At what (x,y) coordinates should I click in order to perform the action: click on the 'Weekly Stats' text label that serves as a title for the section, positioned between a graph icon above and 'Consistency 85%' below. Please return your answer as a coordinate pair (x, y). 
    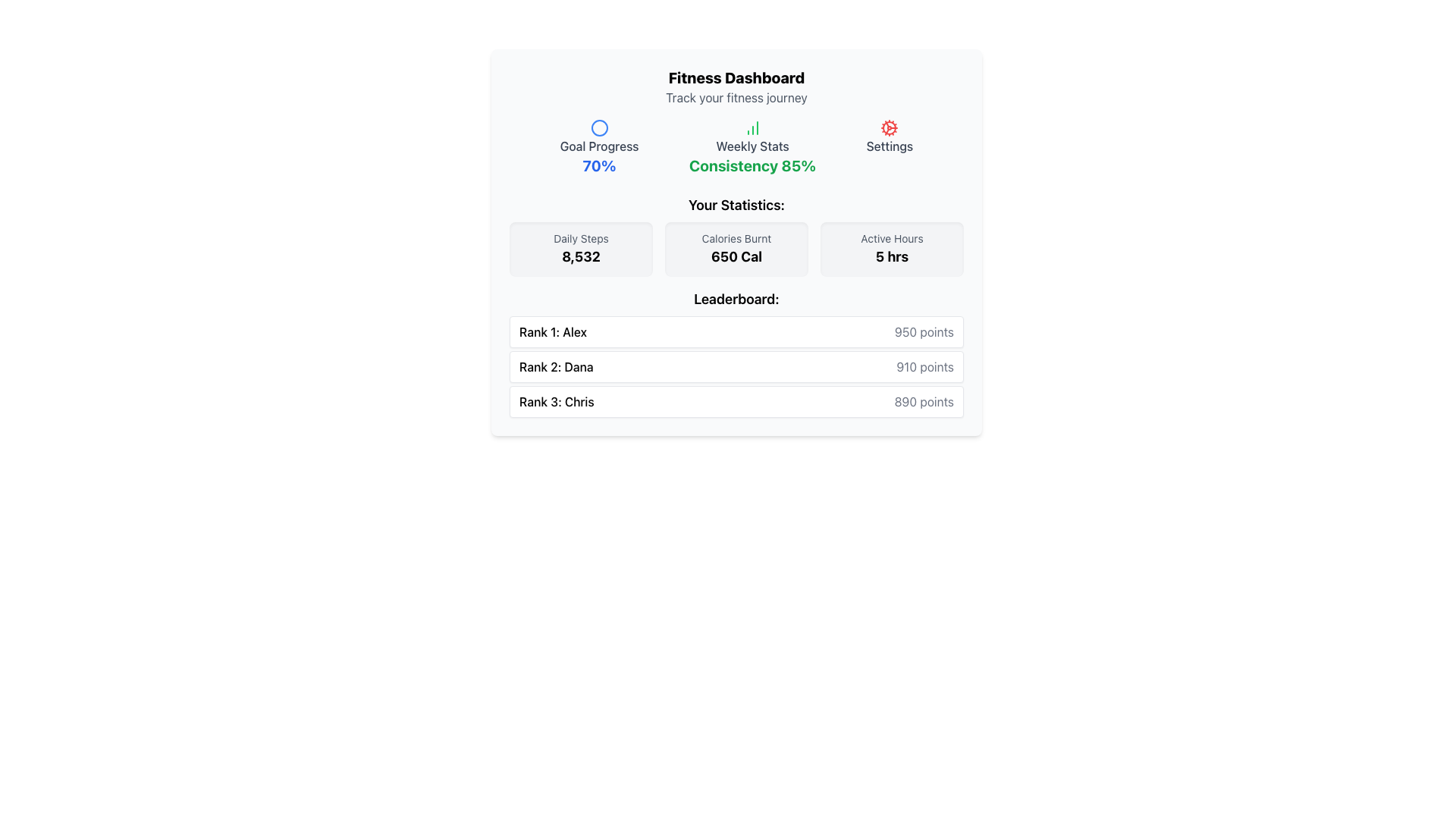
    Looking at the image, I should click on (752, 146).